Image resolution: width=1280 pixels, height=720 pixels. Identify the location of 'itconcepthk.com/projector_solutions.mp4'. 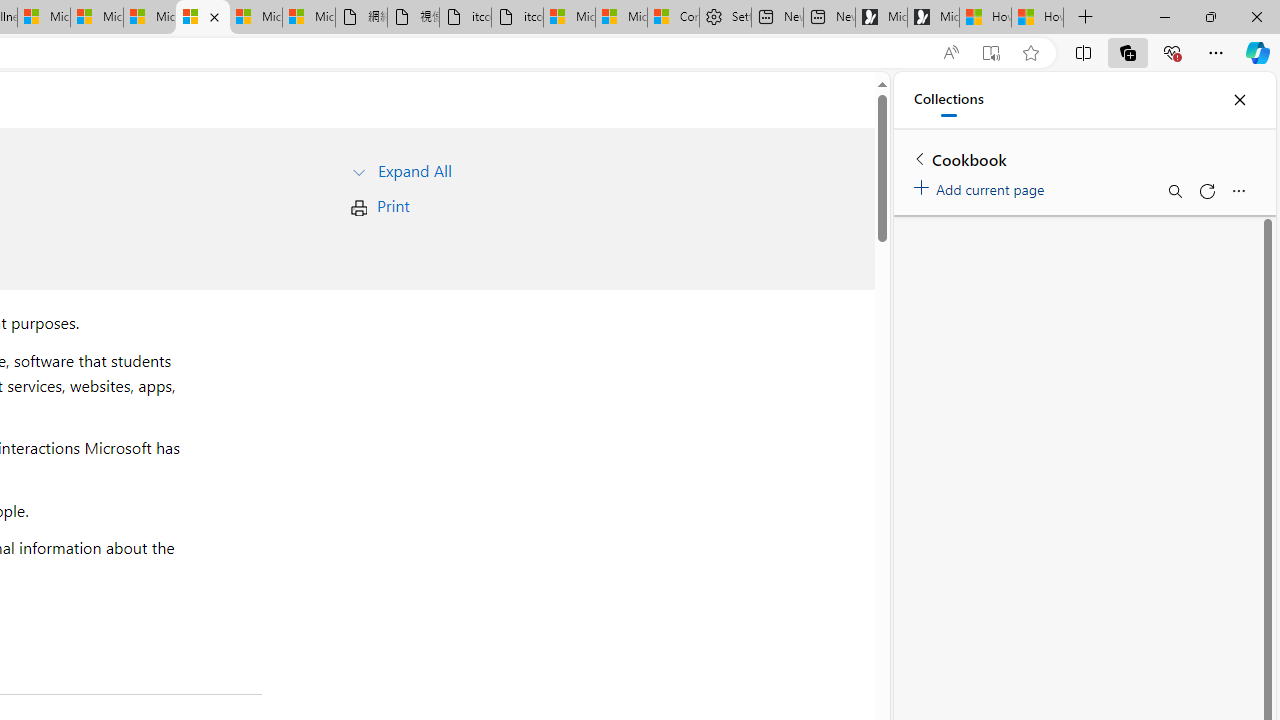
(517, 17).